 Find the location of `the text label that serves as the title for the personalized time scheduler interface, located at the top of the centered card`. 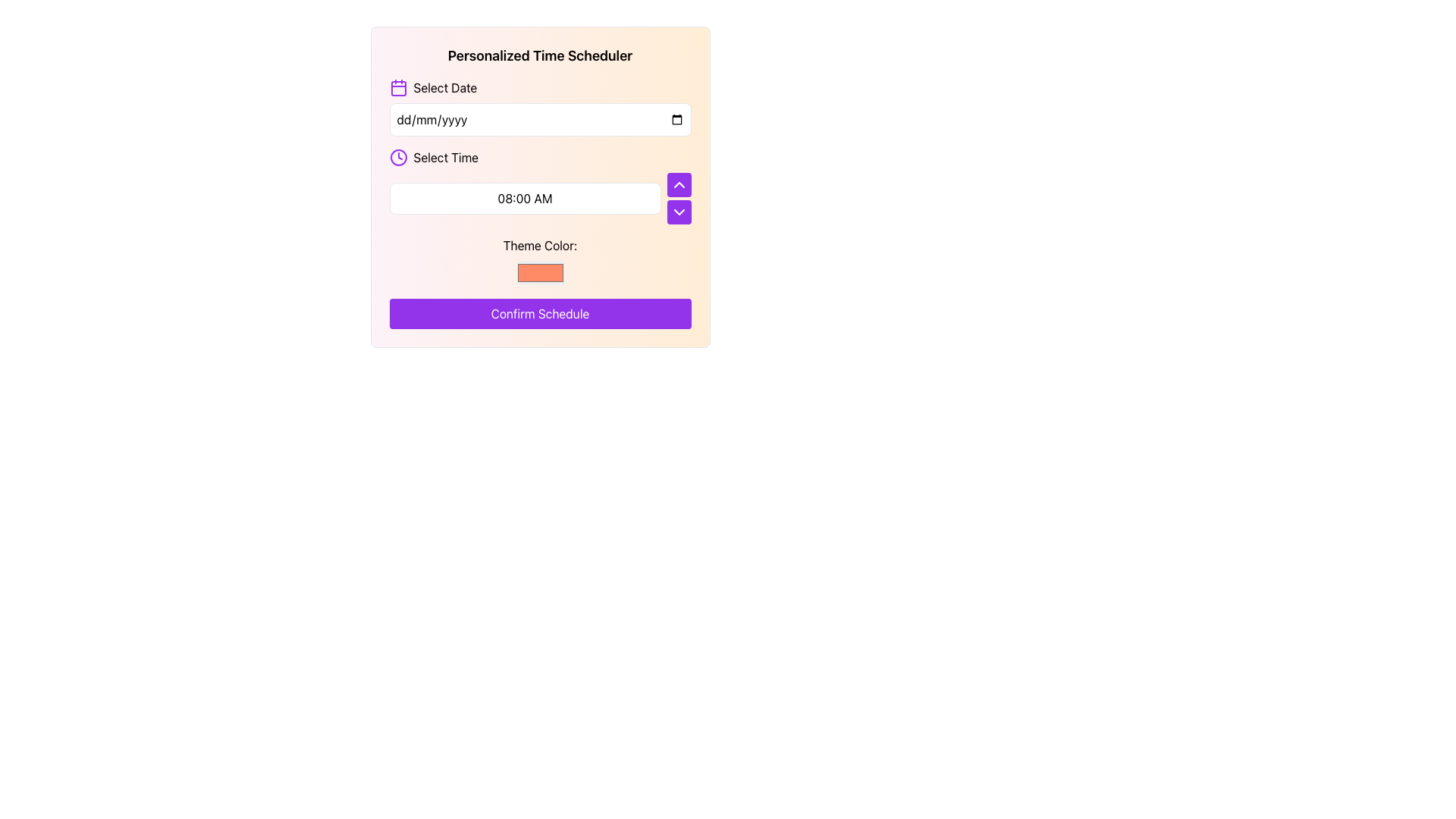

the text label that serves as the title for the personalized time scheduler interface, located at the top of the centered card is located at coordinates (540, 55).